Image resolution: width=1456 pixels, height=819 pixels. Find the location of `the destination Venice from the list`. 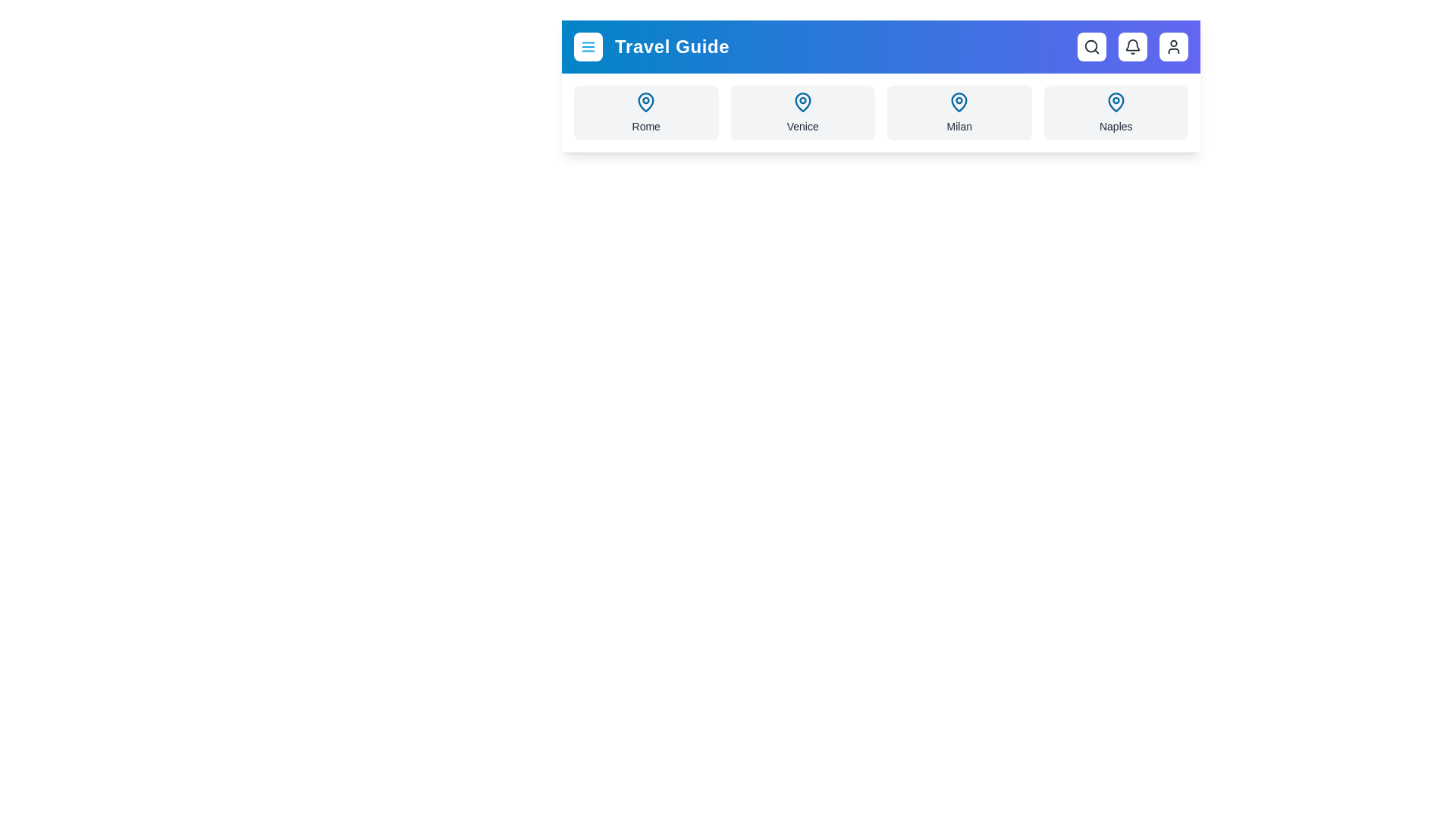

the destination Venice from the list is located at coordinates (801, 112).